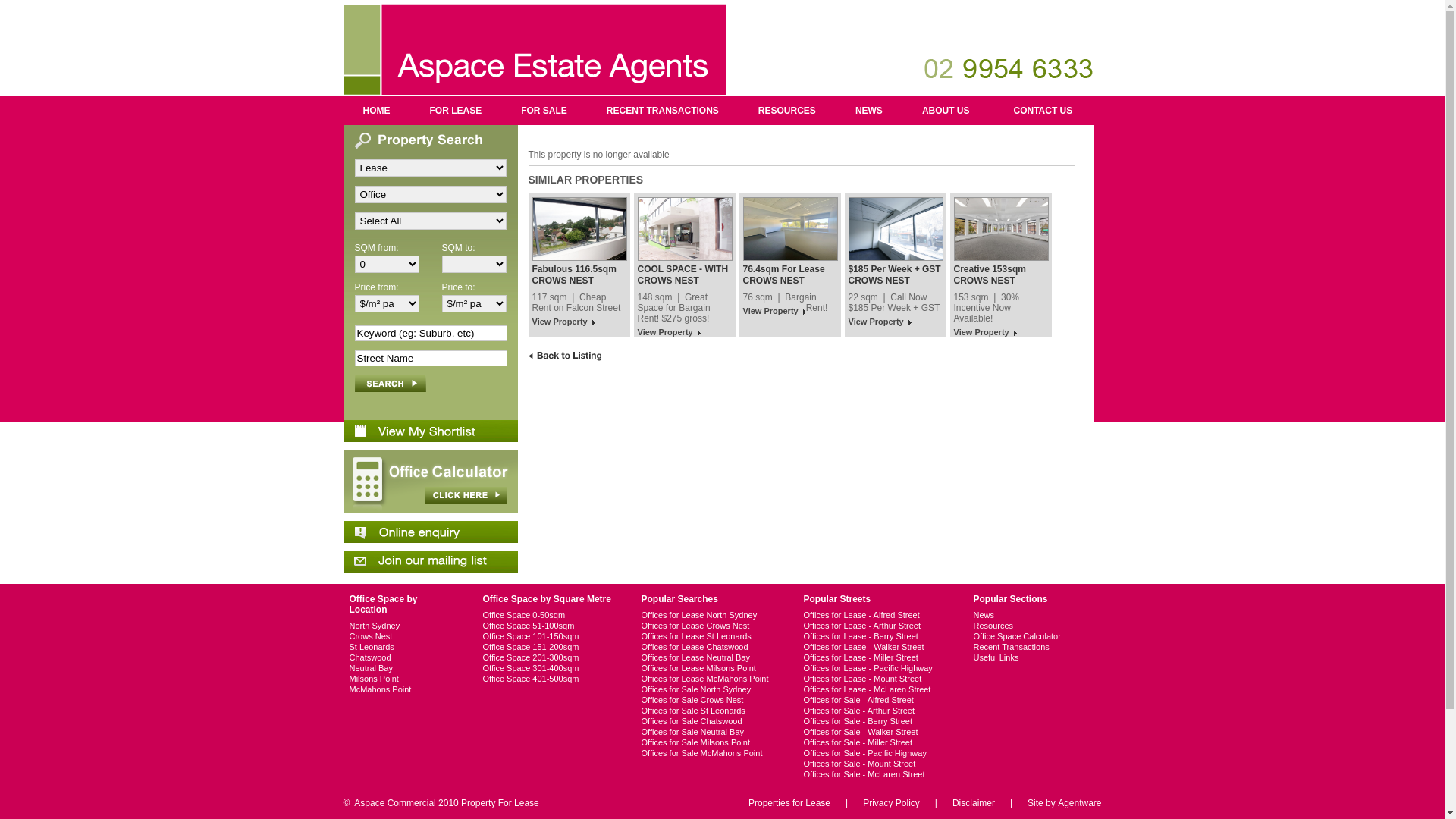 The image size is (1456, 819). What do you see at coordinates (548, 677) in the screenshot?
I see `'Office Space 401-500sqm'` at bounding box center [548, 677].